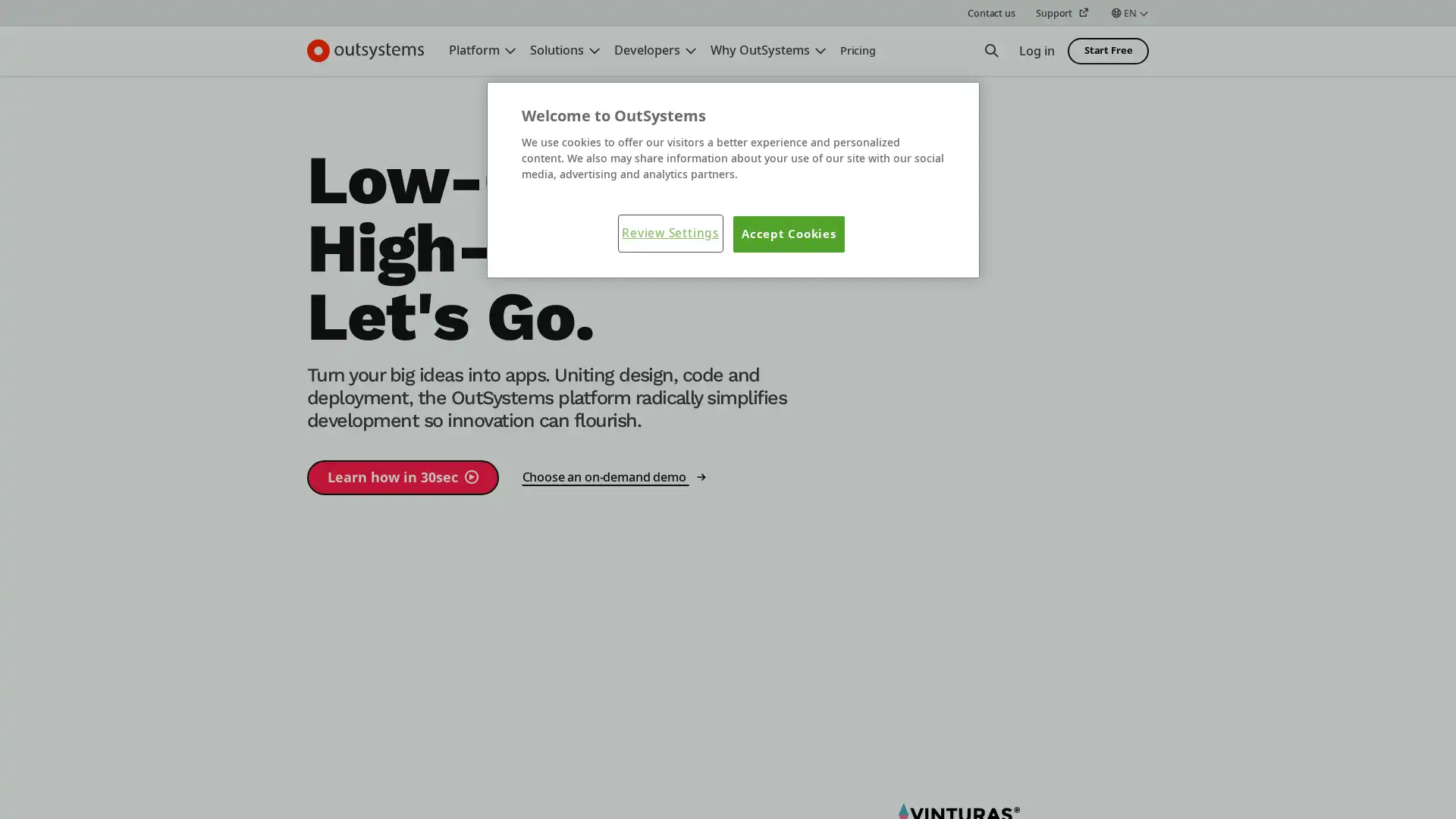 This screenshot has height=819, width=1456. Describe the element at coordinates (403, 475) in the screenshot. I see `Learn how in 30sec` at that location.